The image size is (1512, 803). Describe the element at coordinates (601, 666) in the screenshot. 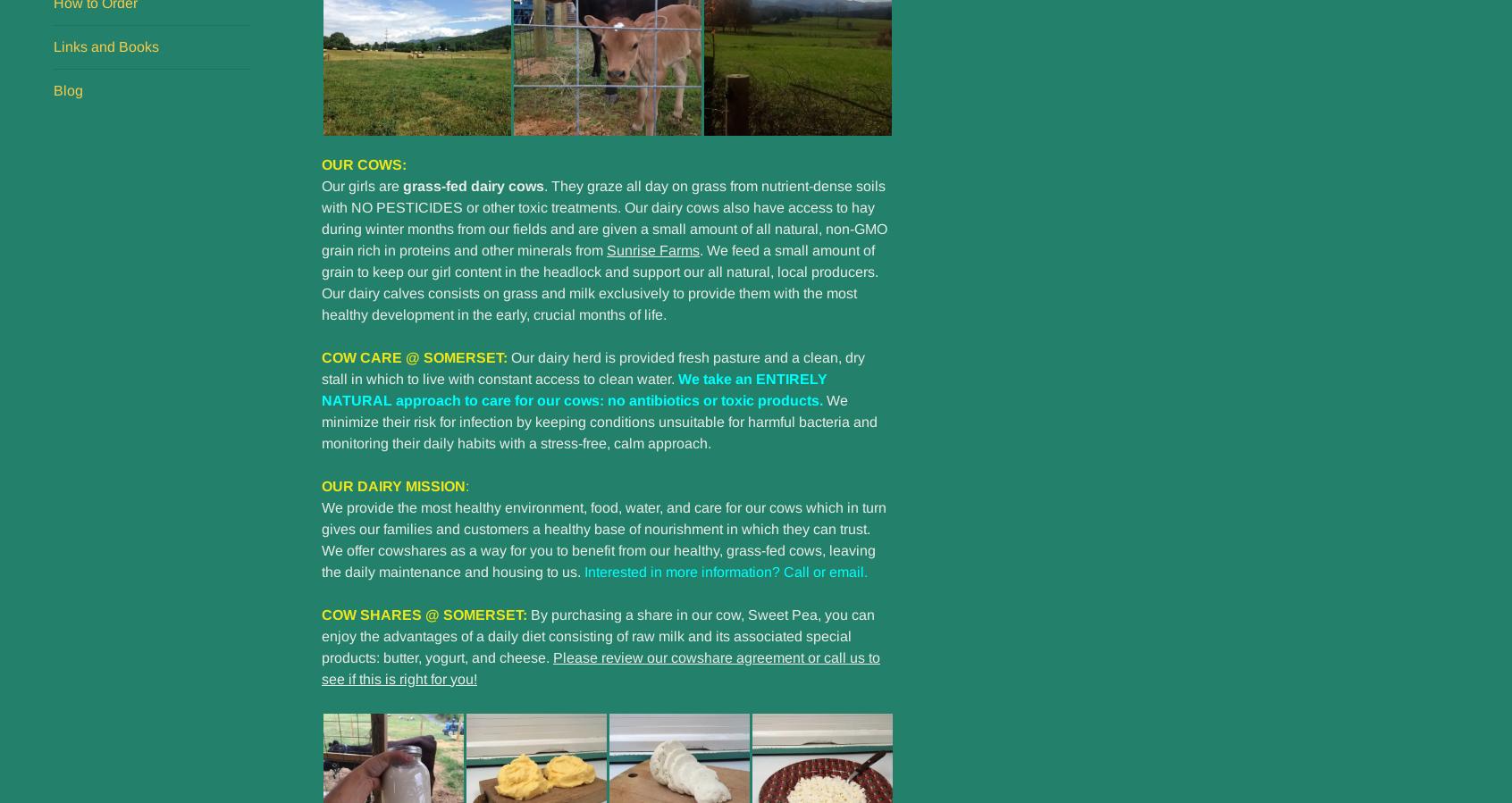

I see `'Please review our cowshare agreement or call us to see if this is right for you!'` at that location.